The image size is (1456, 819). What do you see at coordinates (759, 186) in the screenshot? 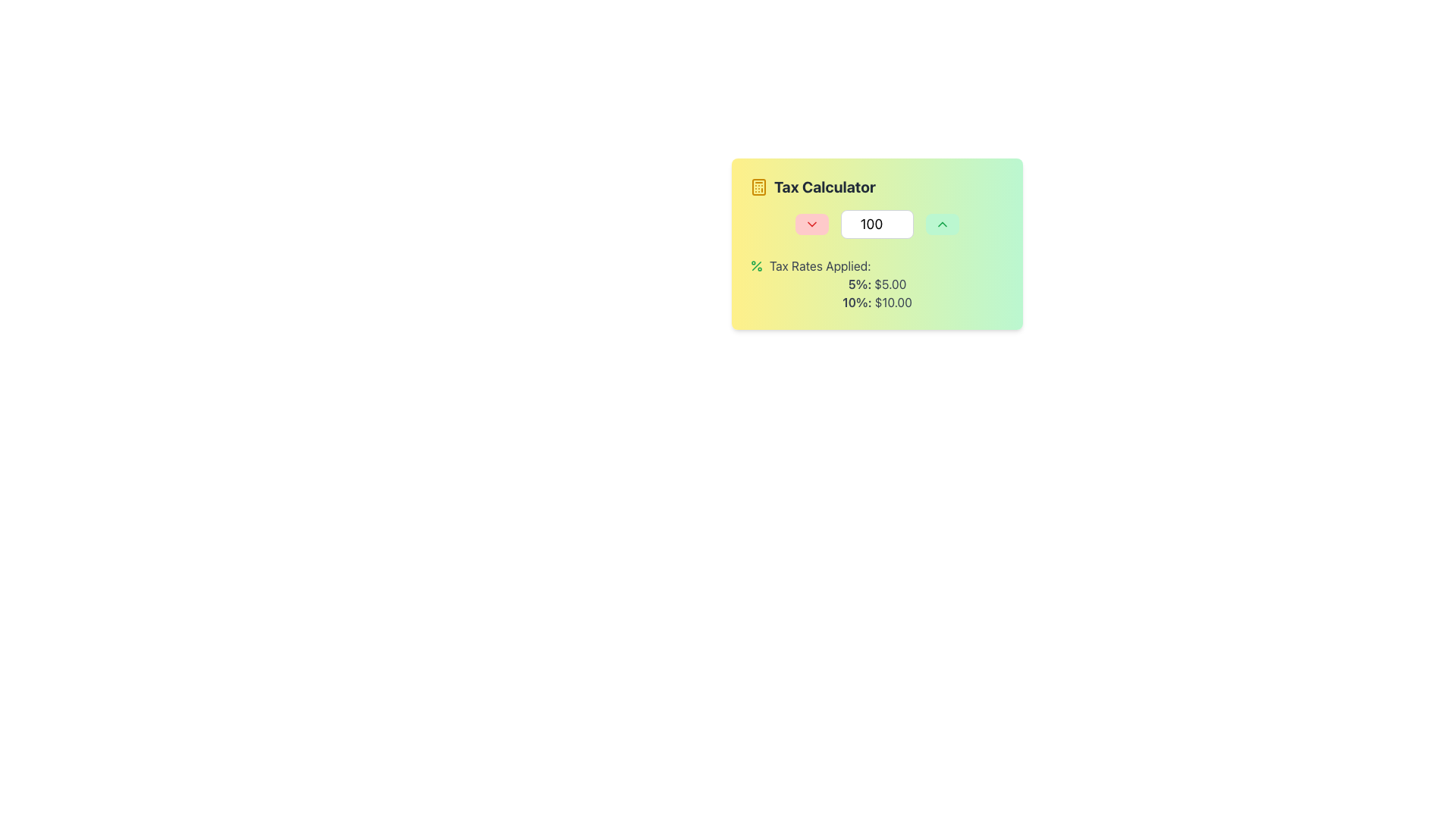
I see `the yellow rectangular box with rounded corners that represents the body of the calculator icon in the top-left corner of the 'Tax Calculator' card` at bounding box center [759, 186].